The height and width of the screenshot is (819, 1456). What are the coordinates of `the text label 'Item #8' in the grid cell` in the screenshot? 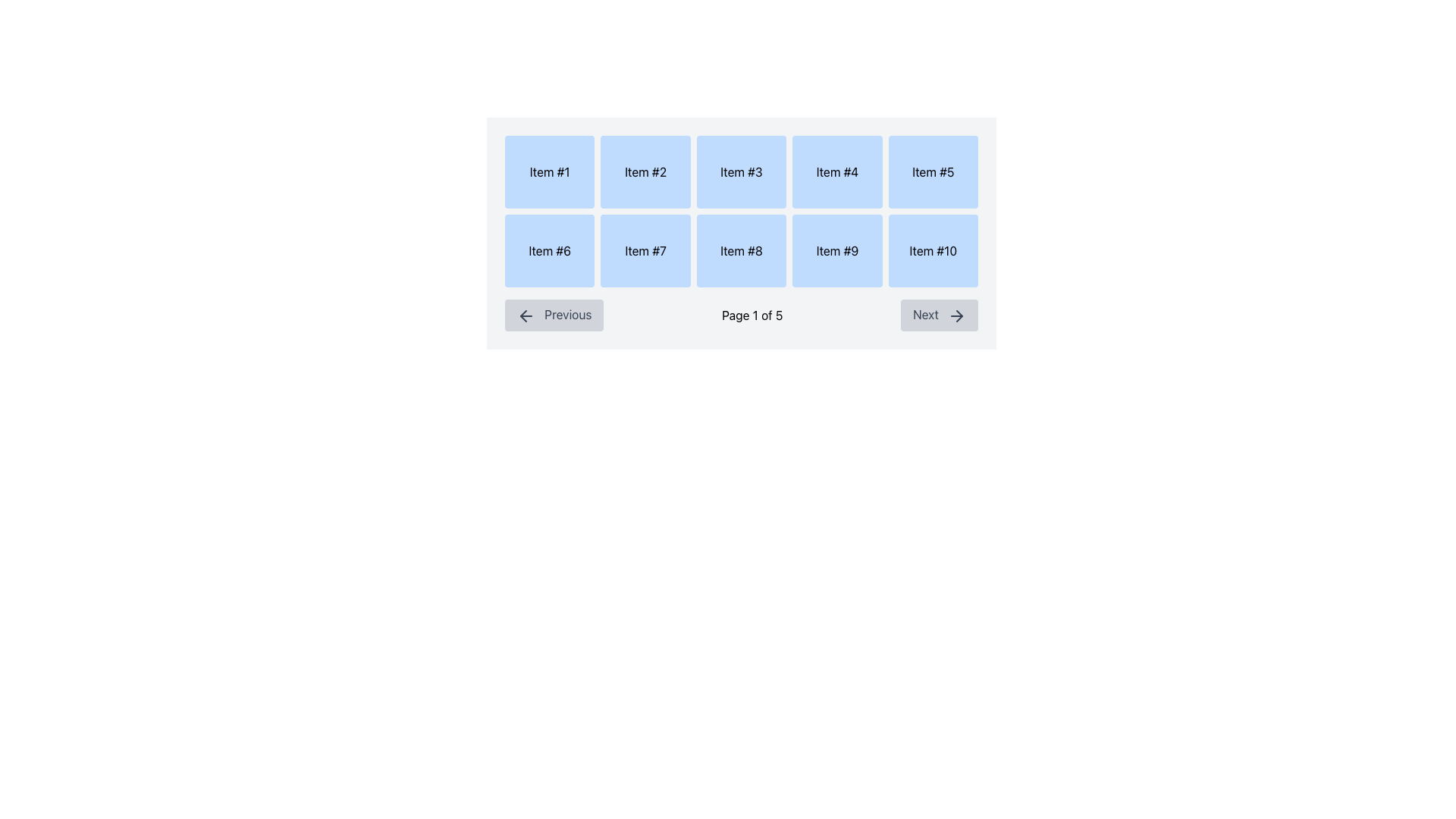 It's located at (742, 250).